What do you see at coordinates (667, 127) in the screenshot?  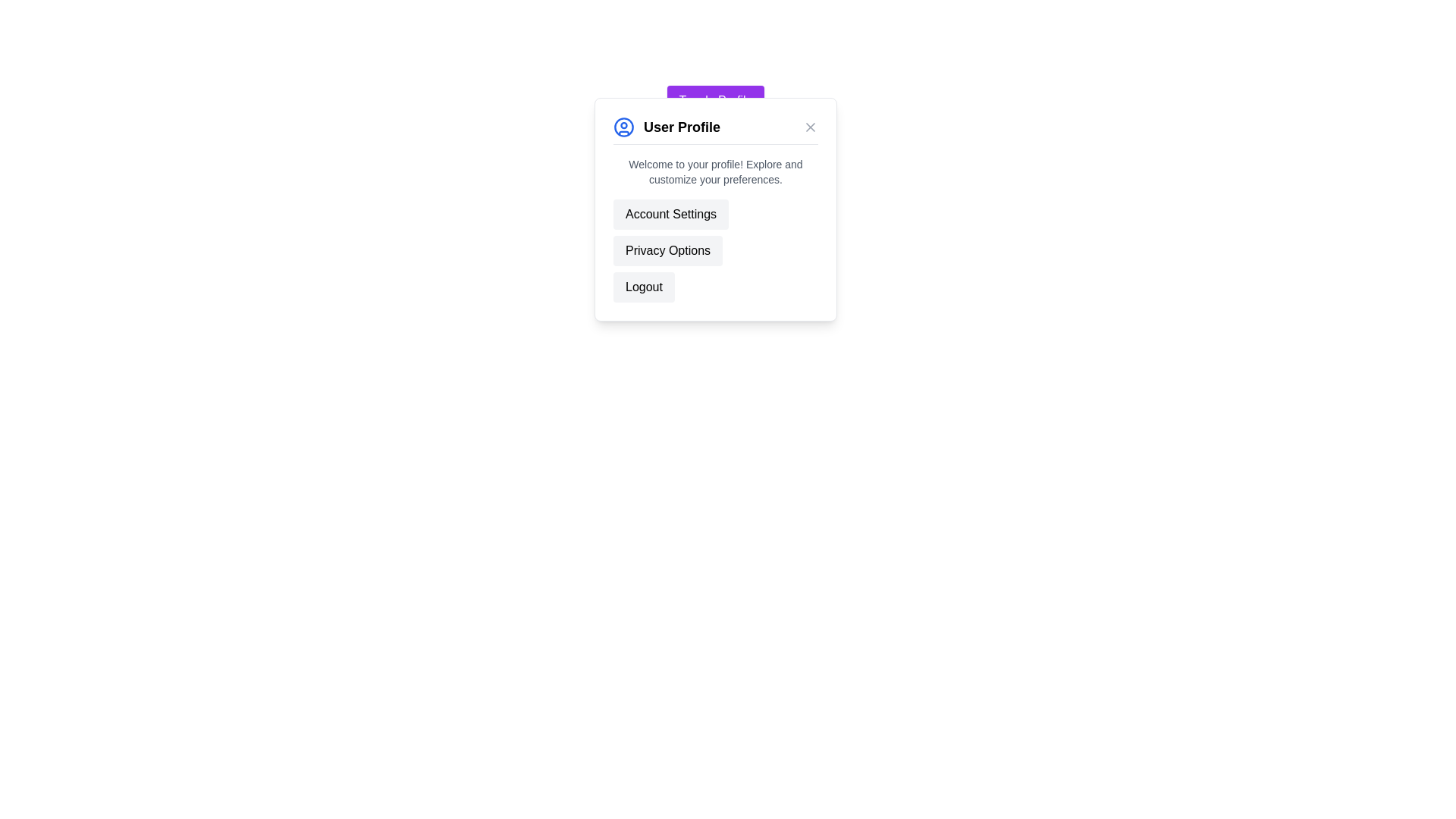 I see `the user profile section header label with icon located near the top-left corner of the pop-up` at bounding box center [667, 127].